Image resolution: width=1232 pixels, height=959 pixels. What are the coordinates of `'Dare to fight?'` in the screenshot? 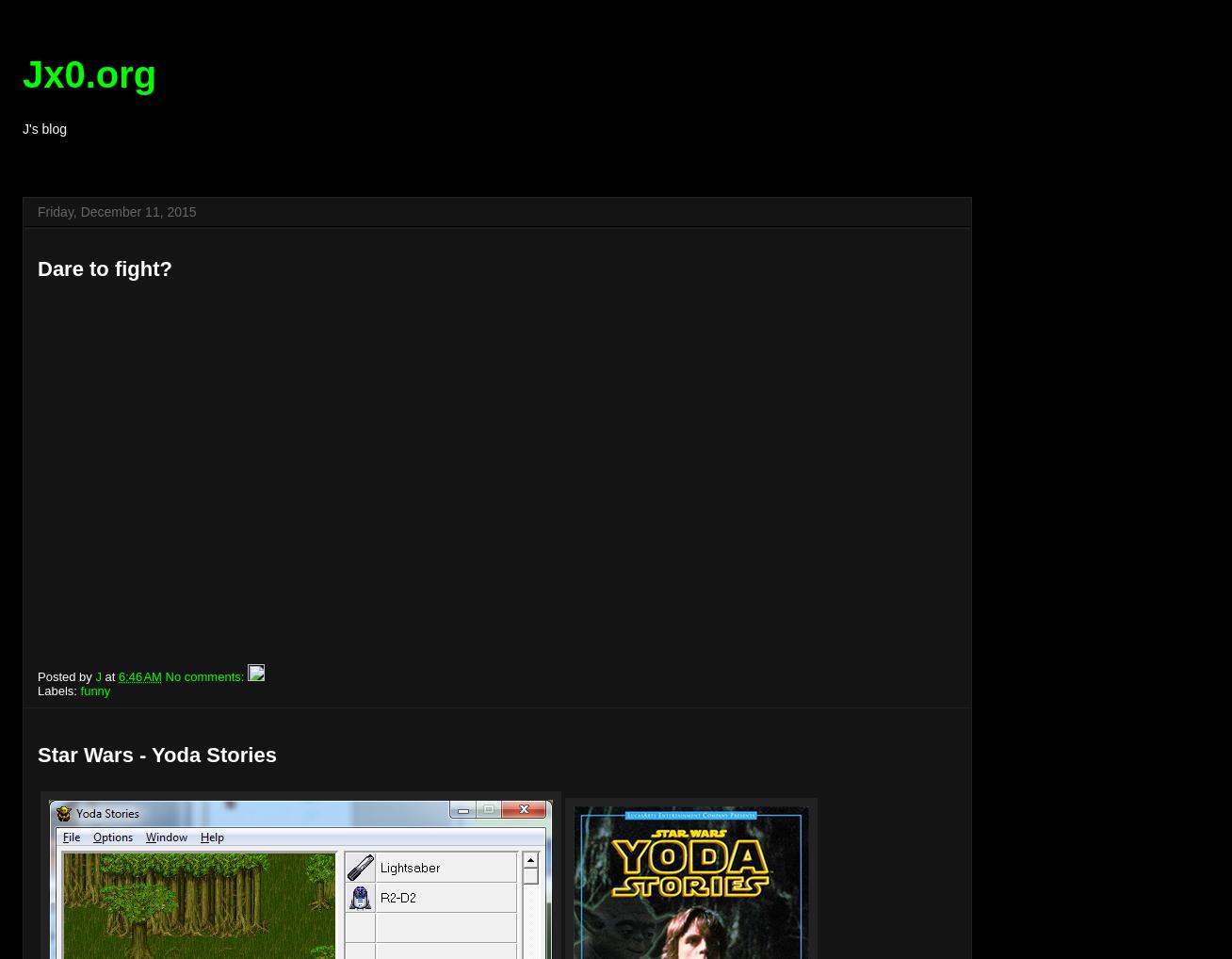 It's located at (104, 268).